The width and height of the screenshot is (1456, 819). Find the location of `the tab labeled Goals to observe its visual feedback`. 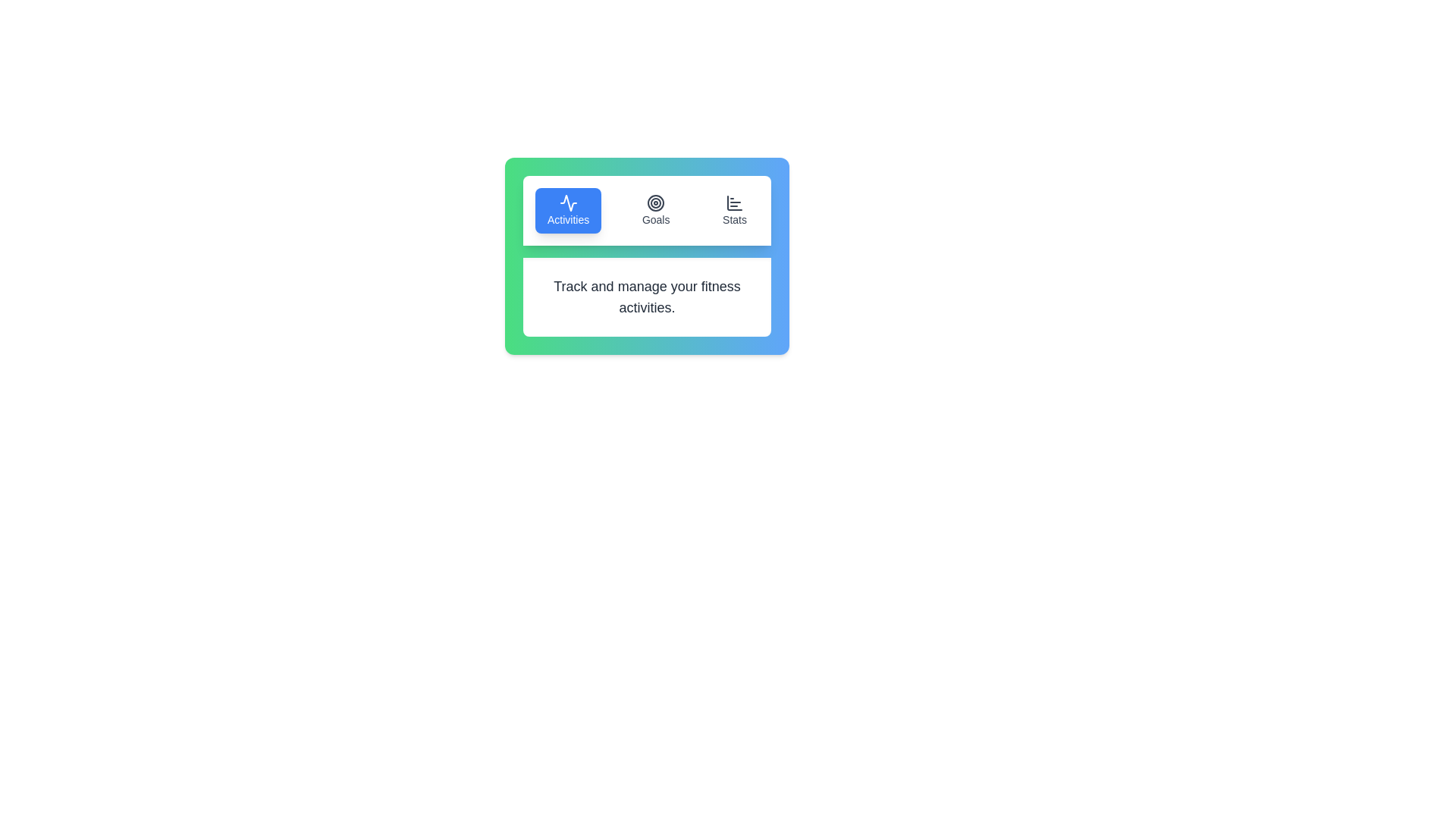

the tab labeled Goals to observe its visual feedback is located at coordinates (656, 210).